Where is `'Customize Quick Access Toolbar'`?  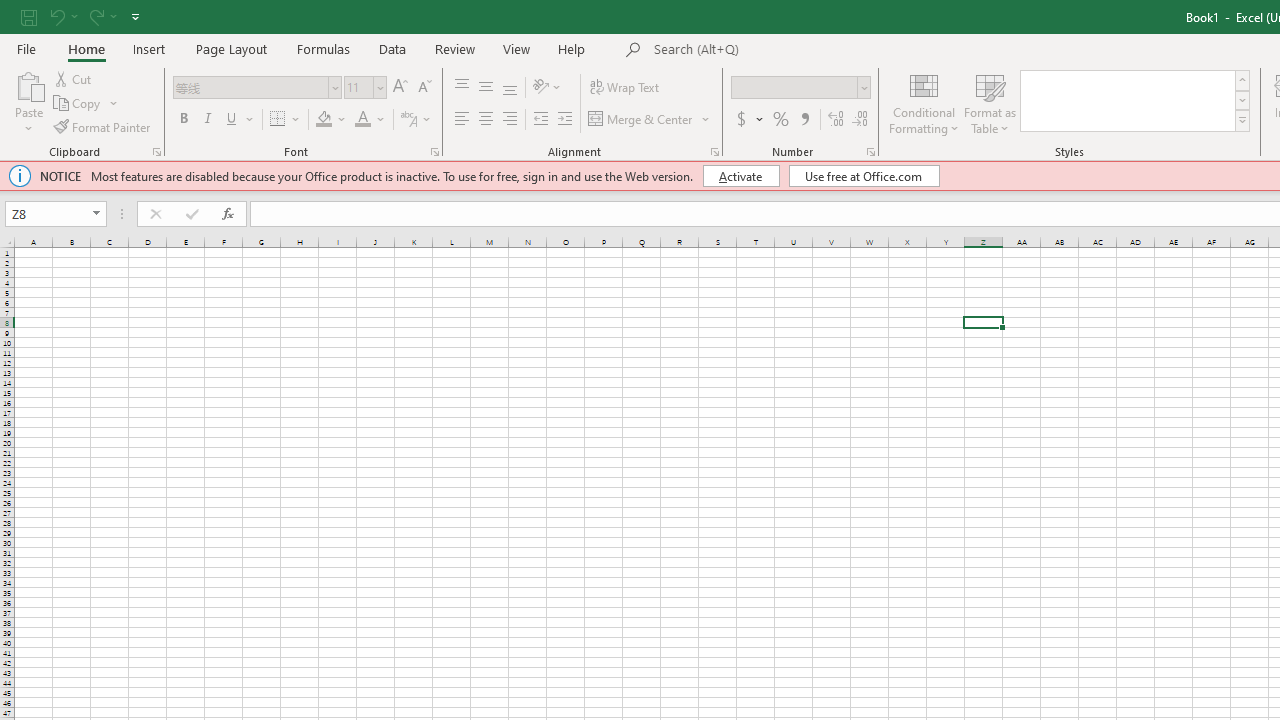 'Customize Quick Access Toolbar' is located at coordinates (134, 16).